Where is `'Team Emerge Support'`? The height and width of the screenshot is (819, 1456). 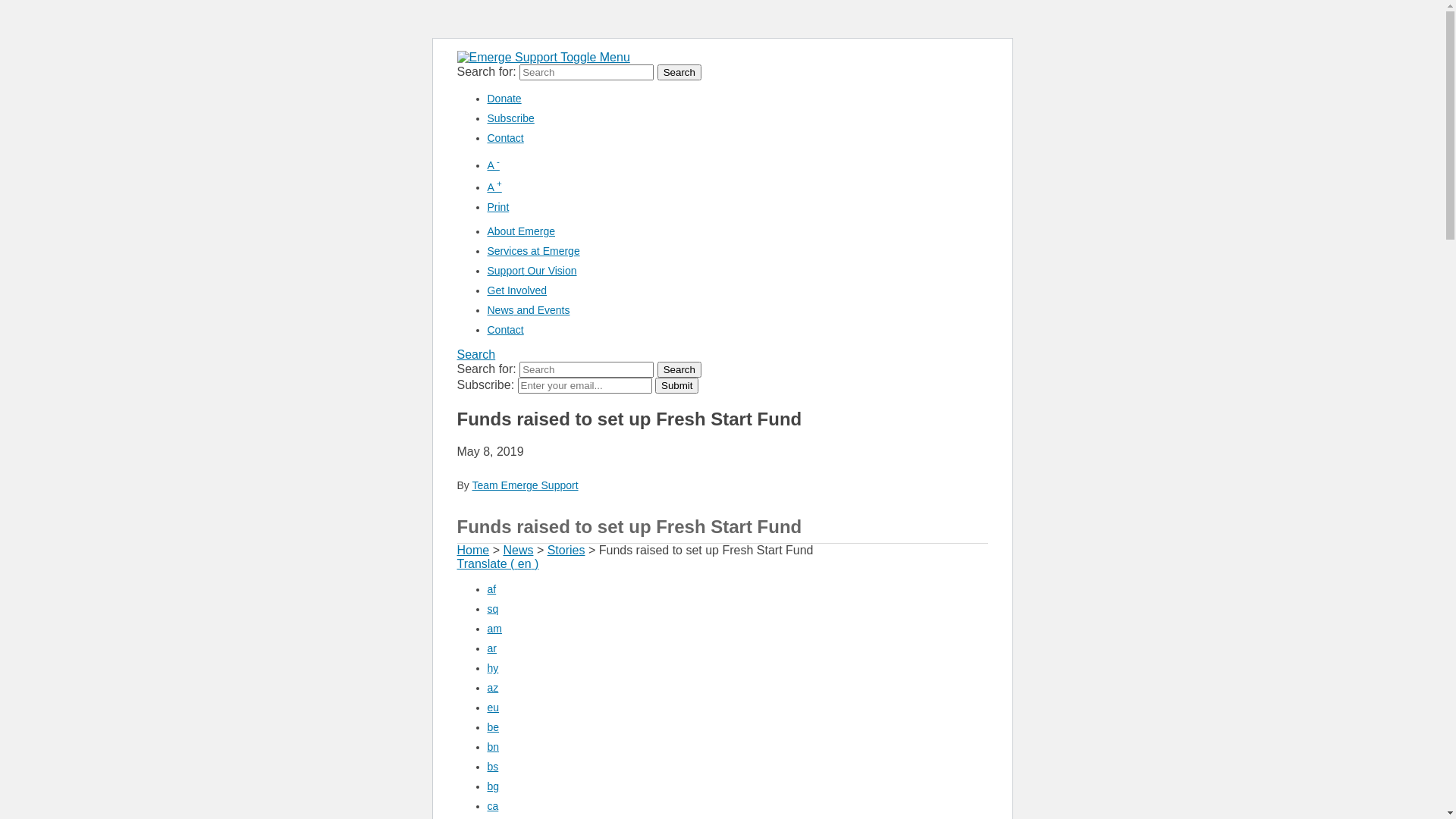
'Team Emerge Support' is located at coordinates (524, 485).